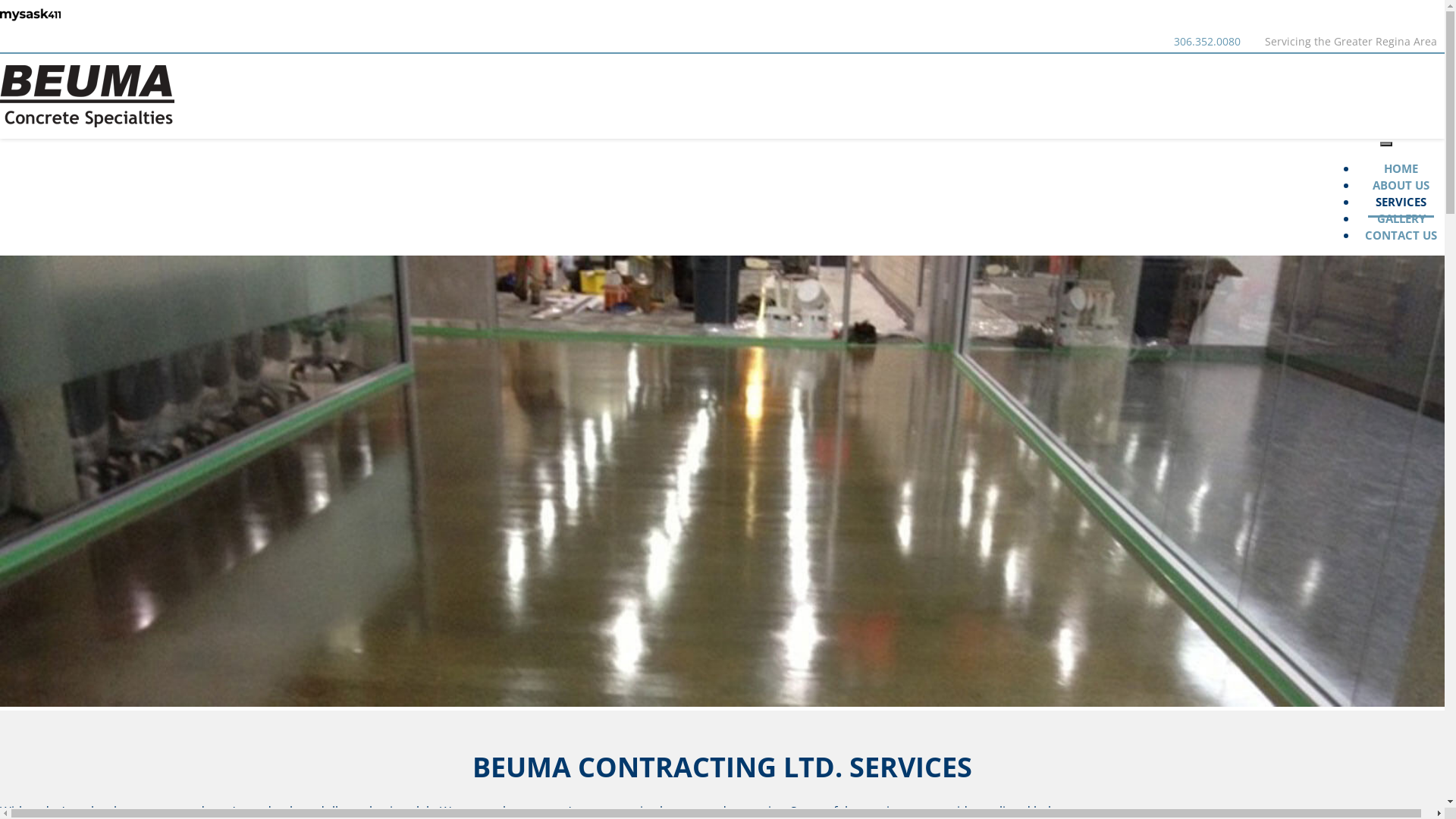  What do you see at coordinates (1369, 219) in the screenshot?
I see `'GALLERY'` at bounding box center [1369, 219].